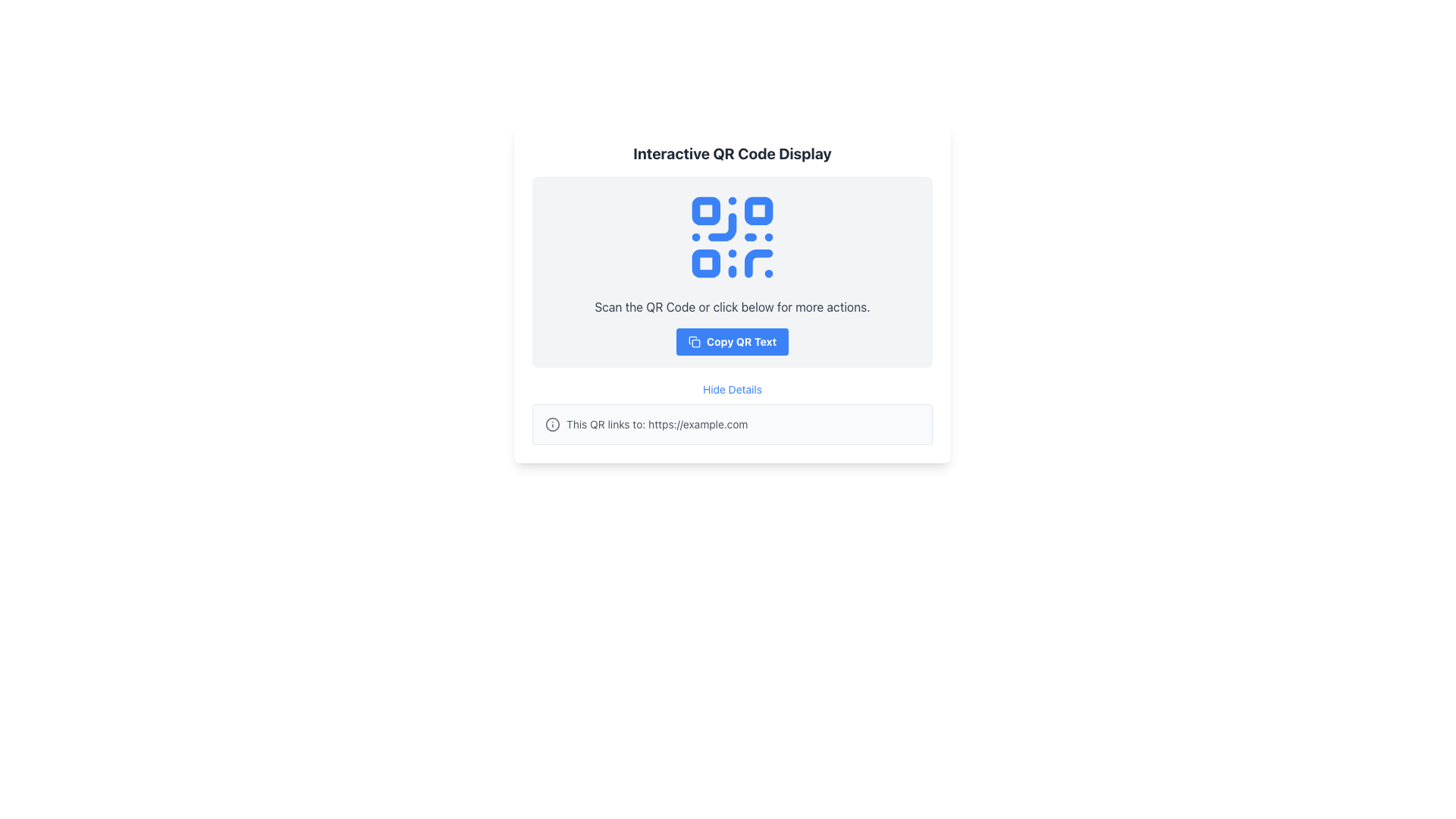 The height and width of the screenshot is (819, 1456). I want to click on the text label that reads 'This QR links to: https://example.com', which is styled with gray color and small text size, located adjacent to an icon on its left, positioned toward the bottom center of the interface, so click(657, 424).